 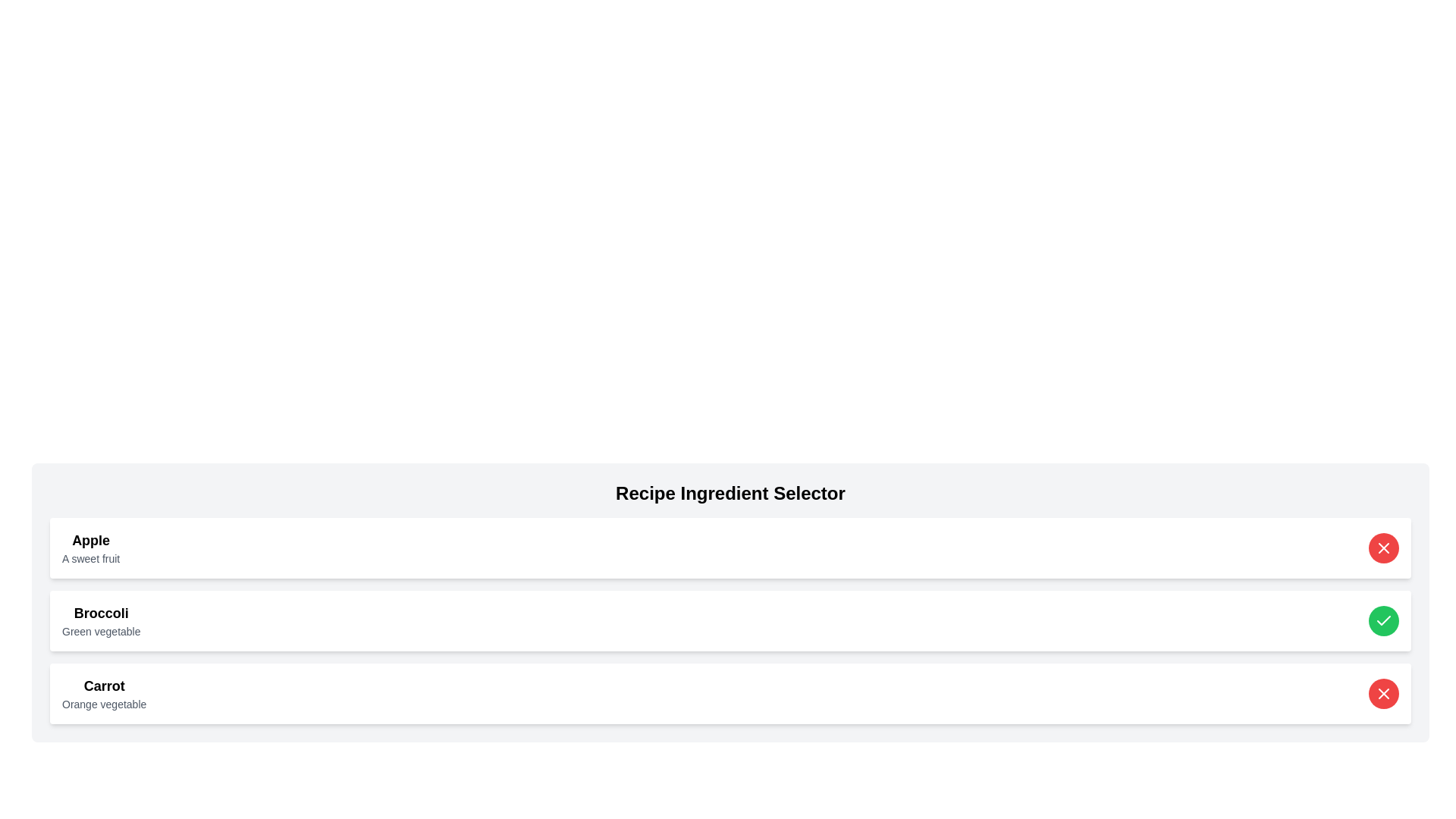 I want to click on the text label that describes the category of the item labeled 'Broccoli', which is located immediately below the 'Broccoli' text label and above 'Carrot', so click(x=100, y=632).